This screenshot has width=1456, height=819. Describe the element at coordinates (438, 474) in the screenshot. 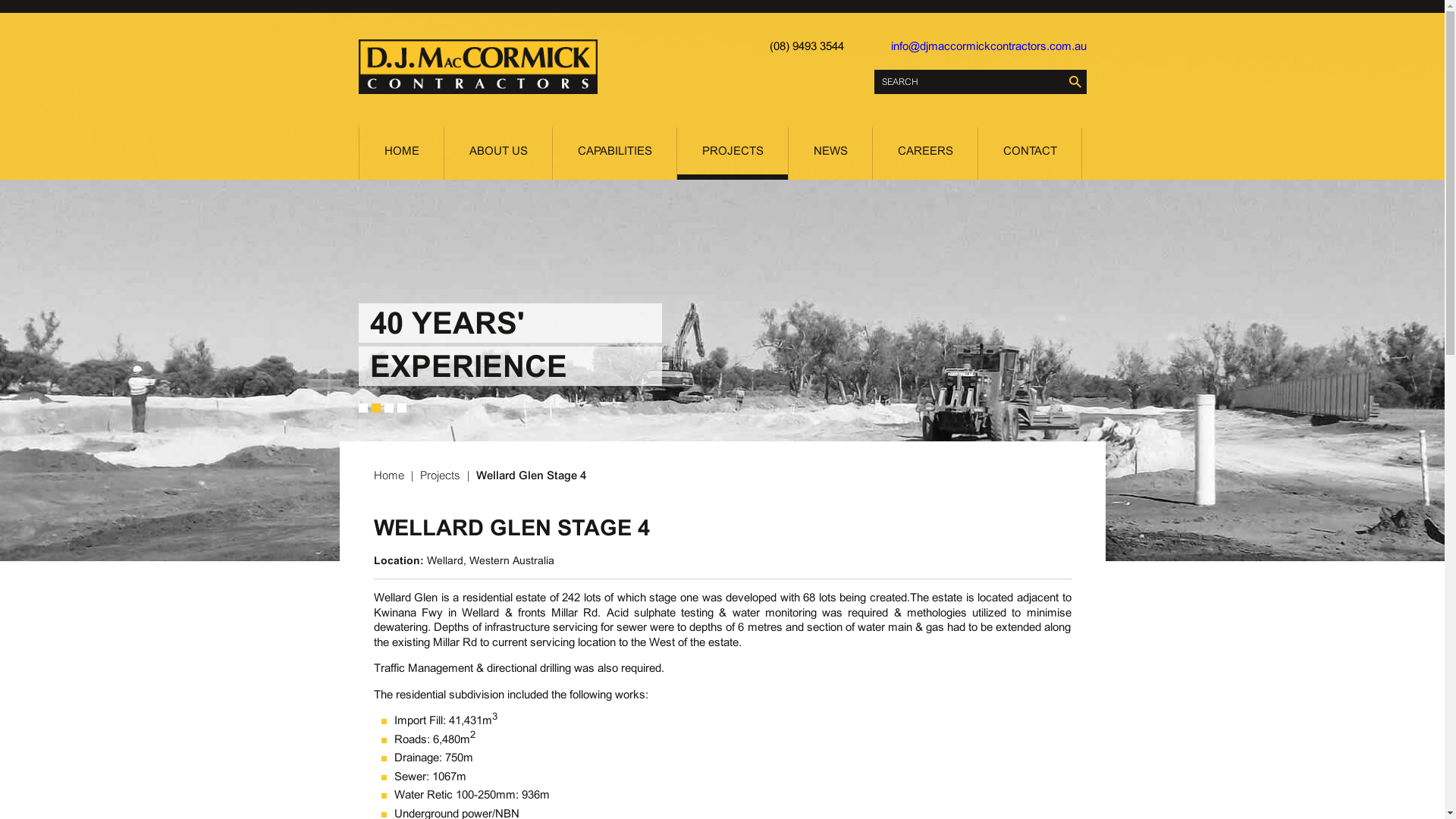

I see `'Projects'` at that location.